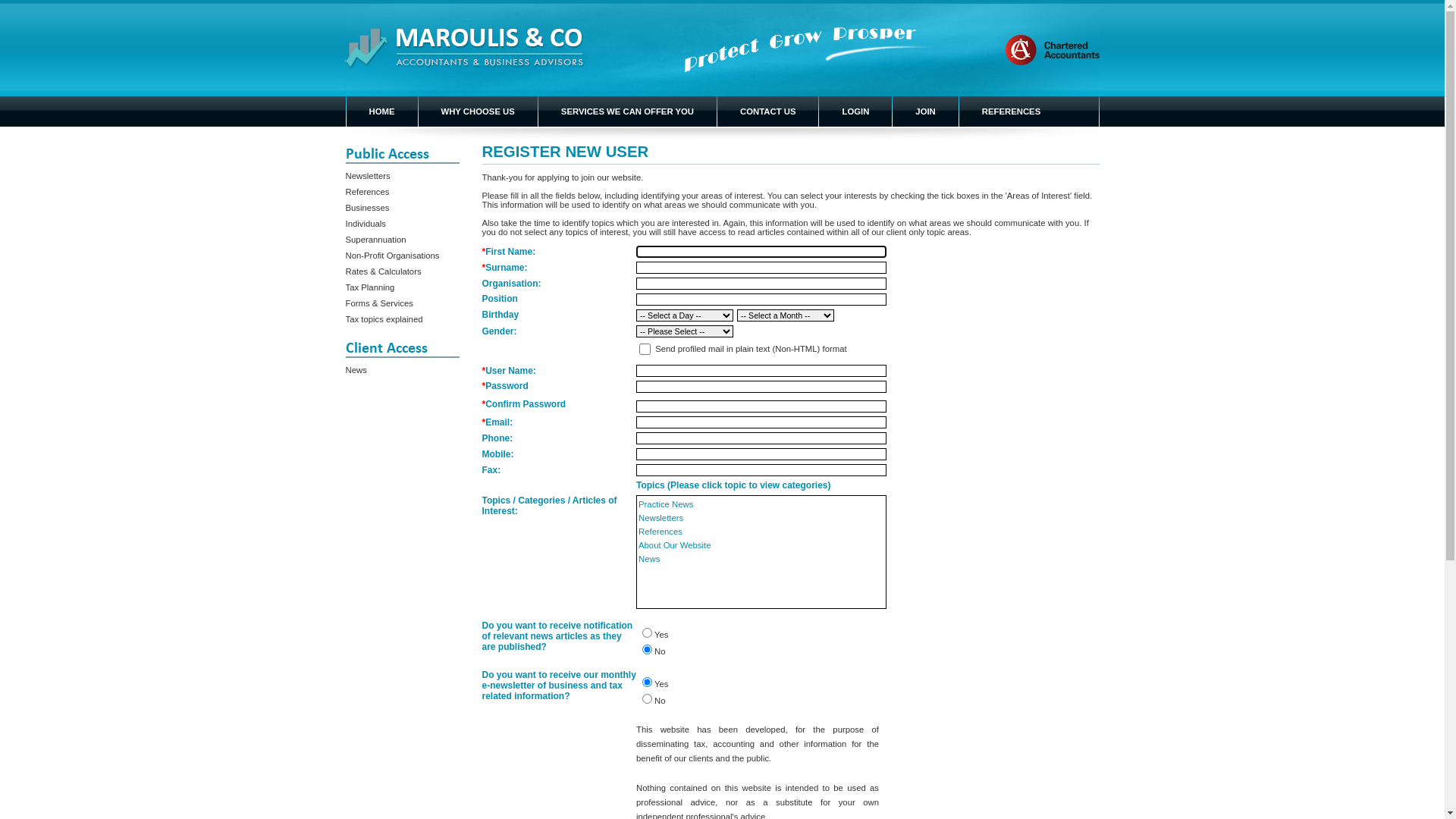 This screenshot has width=1456, height=819. Describe the element at coordinates (367, 191) in the screenshot. I see `'References'` at that location.